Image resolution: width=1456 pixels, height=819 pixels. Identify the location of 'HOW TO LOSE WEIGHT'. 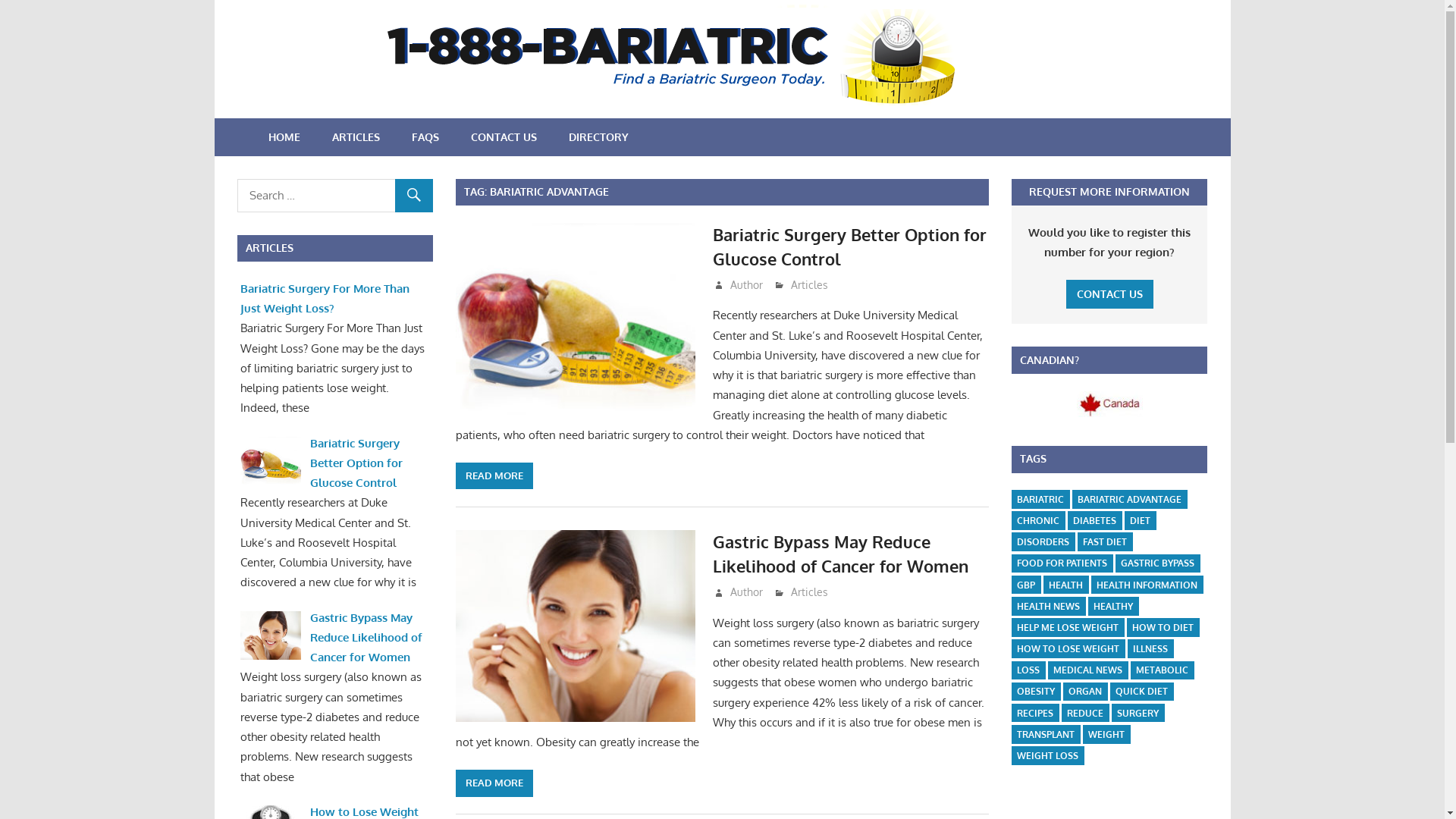
(1067, 648).